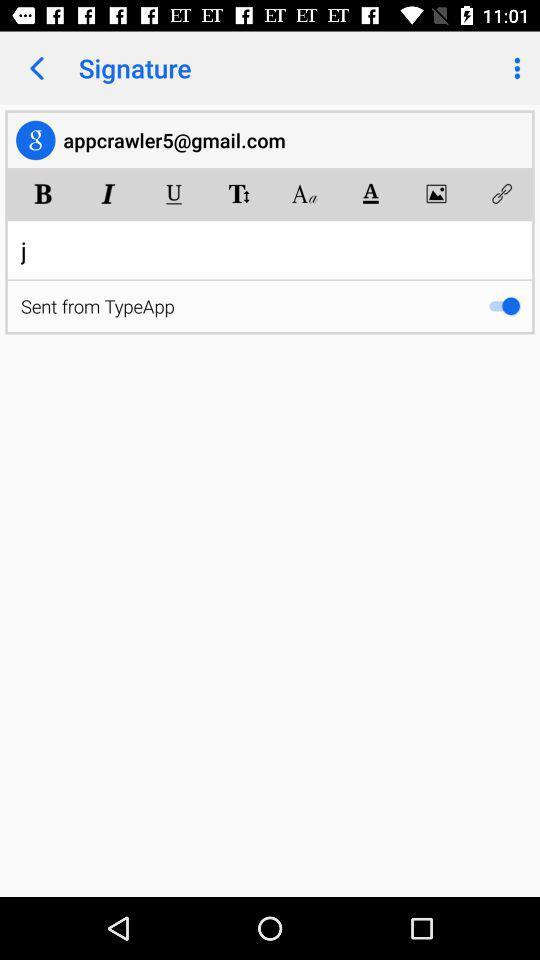  I want to click on icon above the j icon, so click(43, 193).